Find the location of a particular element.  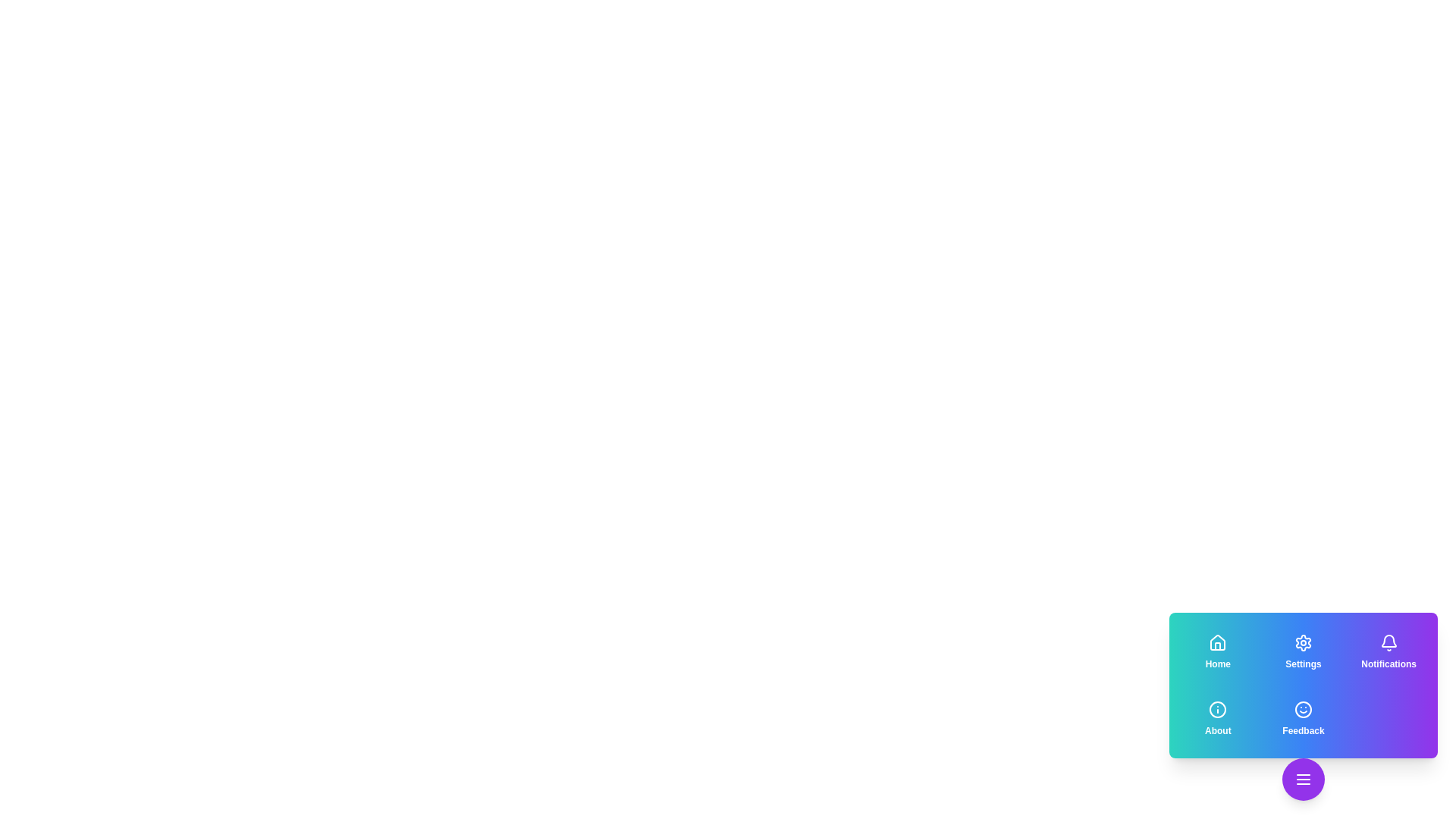

the 'Home' button in the ColorfulSpeedDial component is located at coordinates (1218, 651).